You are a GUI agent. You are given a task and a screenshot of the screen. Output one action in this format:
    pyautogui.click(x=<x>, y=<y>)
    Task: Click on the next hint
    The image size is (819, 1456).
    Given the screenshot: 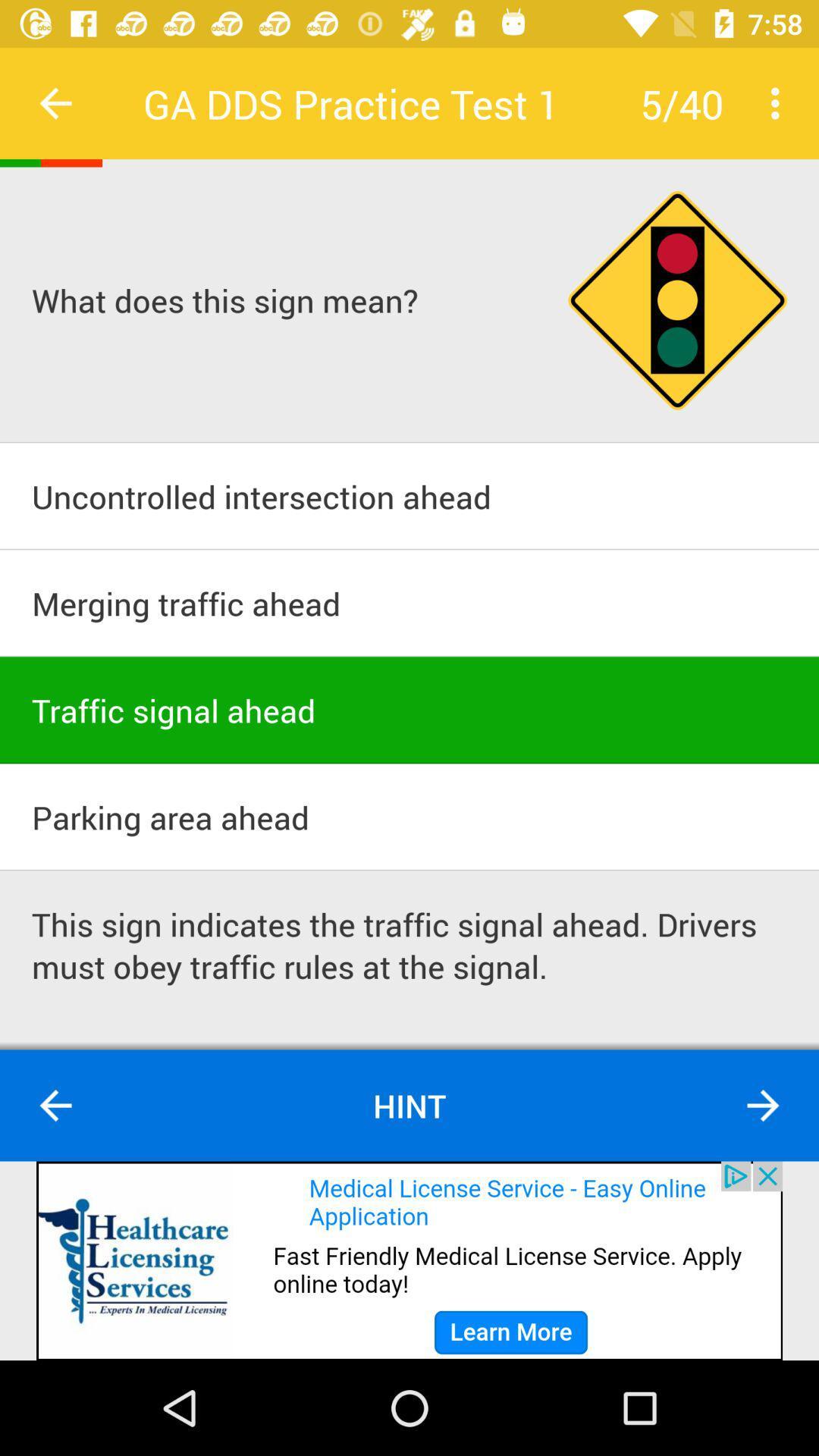 What is the action you would take?
    pyautogui.click(x=763, y=1106)
    